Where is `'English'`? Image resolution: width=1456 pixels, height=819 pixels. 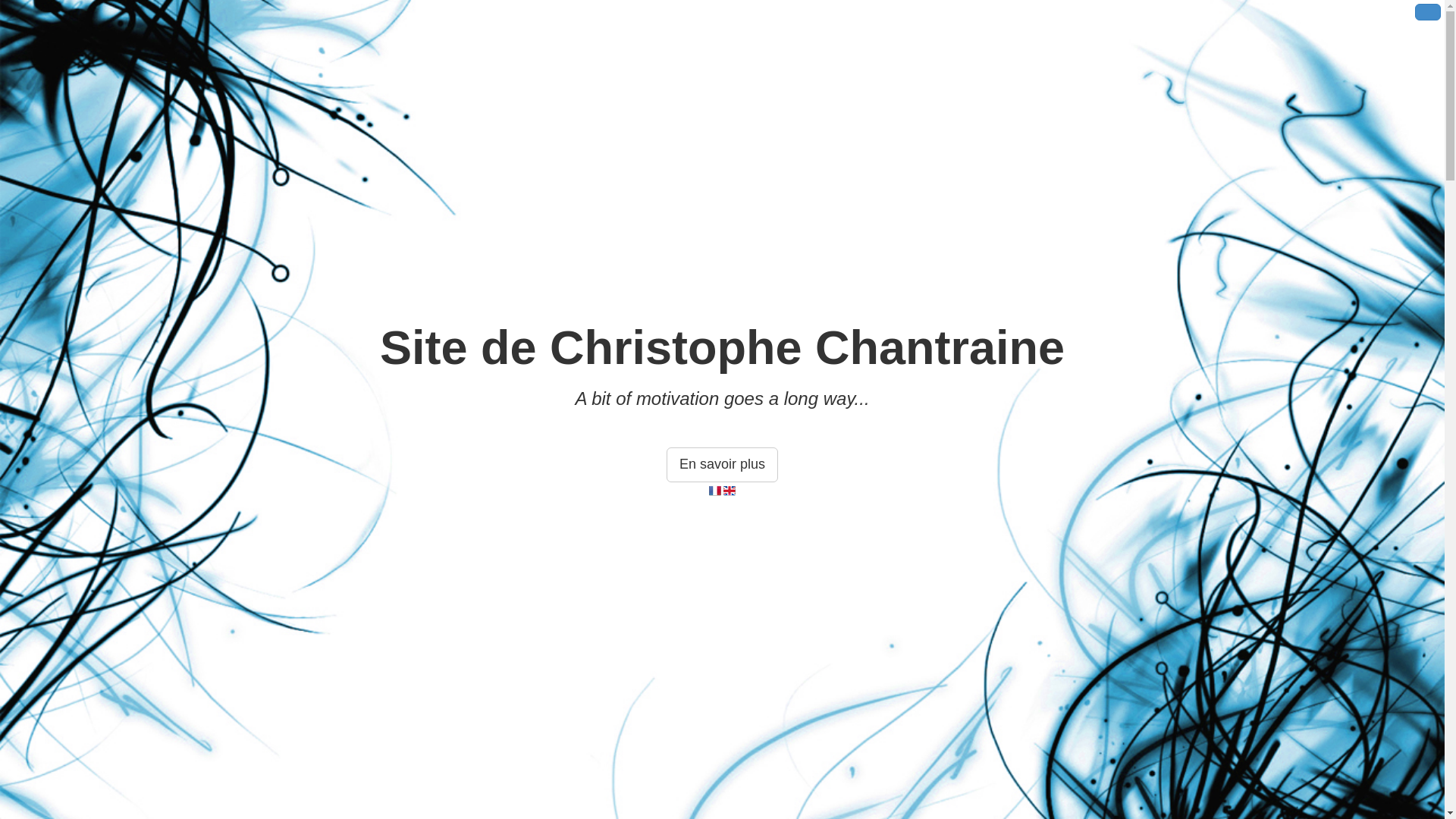 'English' is located at coordinates (723, 491).